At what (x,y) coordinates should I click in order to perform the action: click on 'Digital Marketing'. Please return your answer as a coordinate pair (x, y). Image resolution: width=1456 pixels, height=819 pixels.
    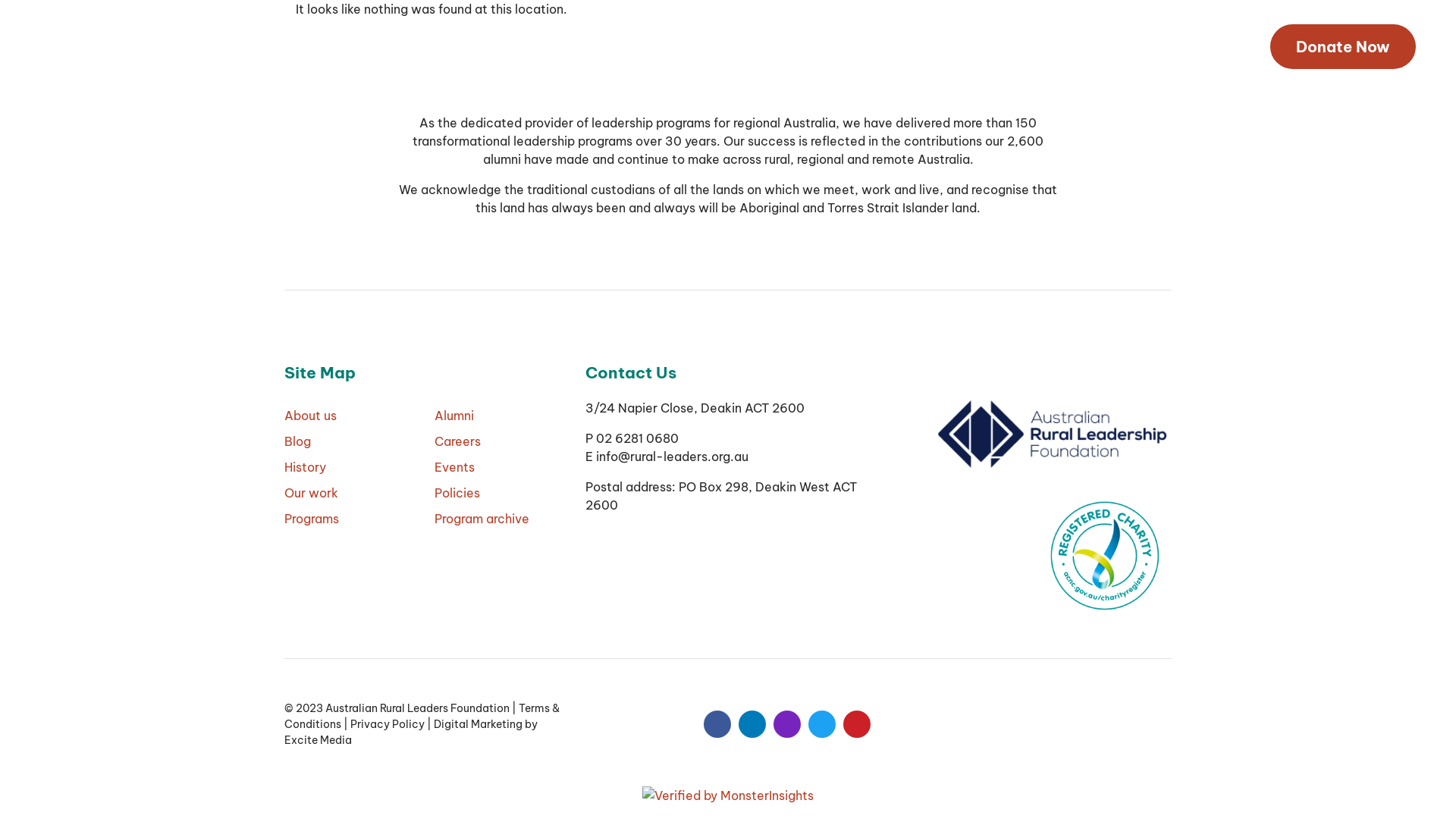
    Looking at the image, I should click on (477, 723).